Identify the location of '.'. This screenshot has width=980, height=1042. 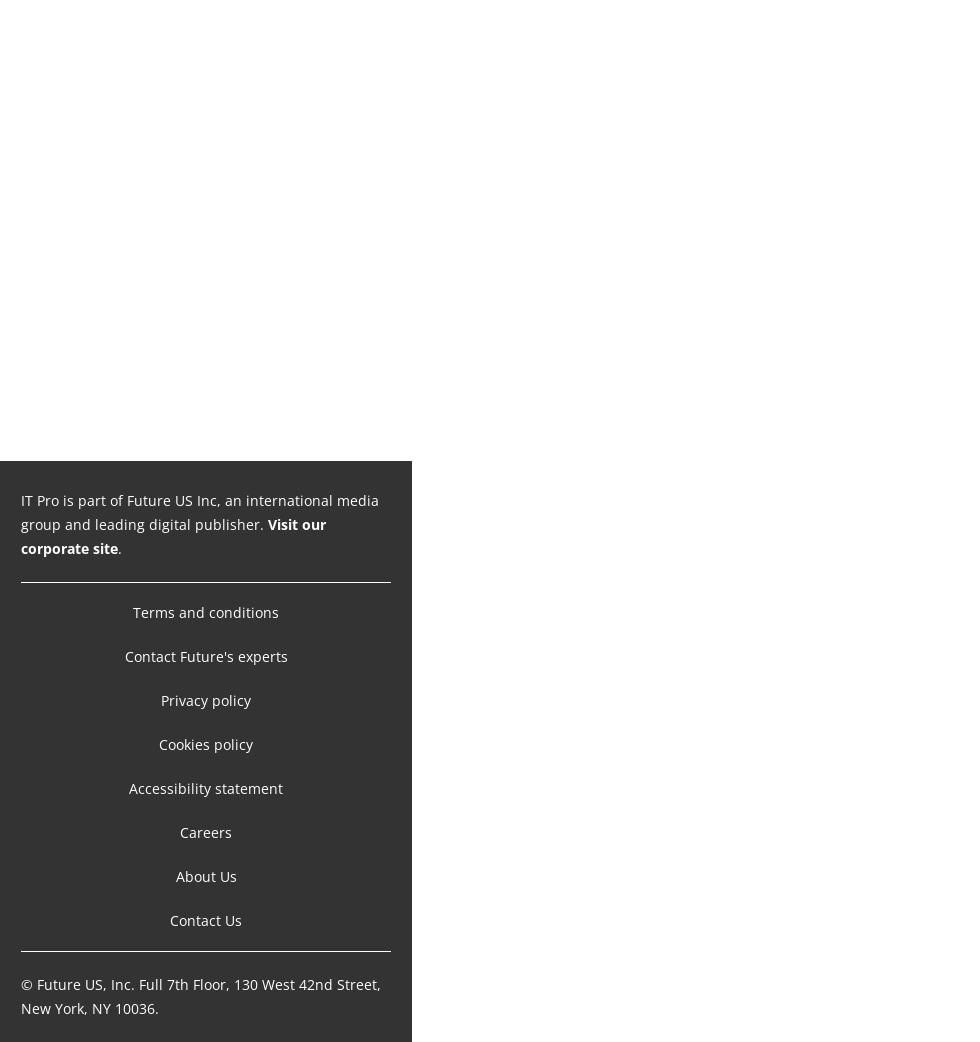
(119, 547).